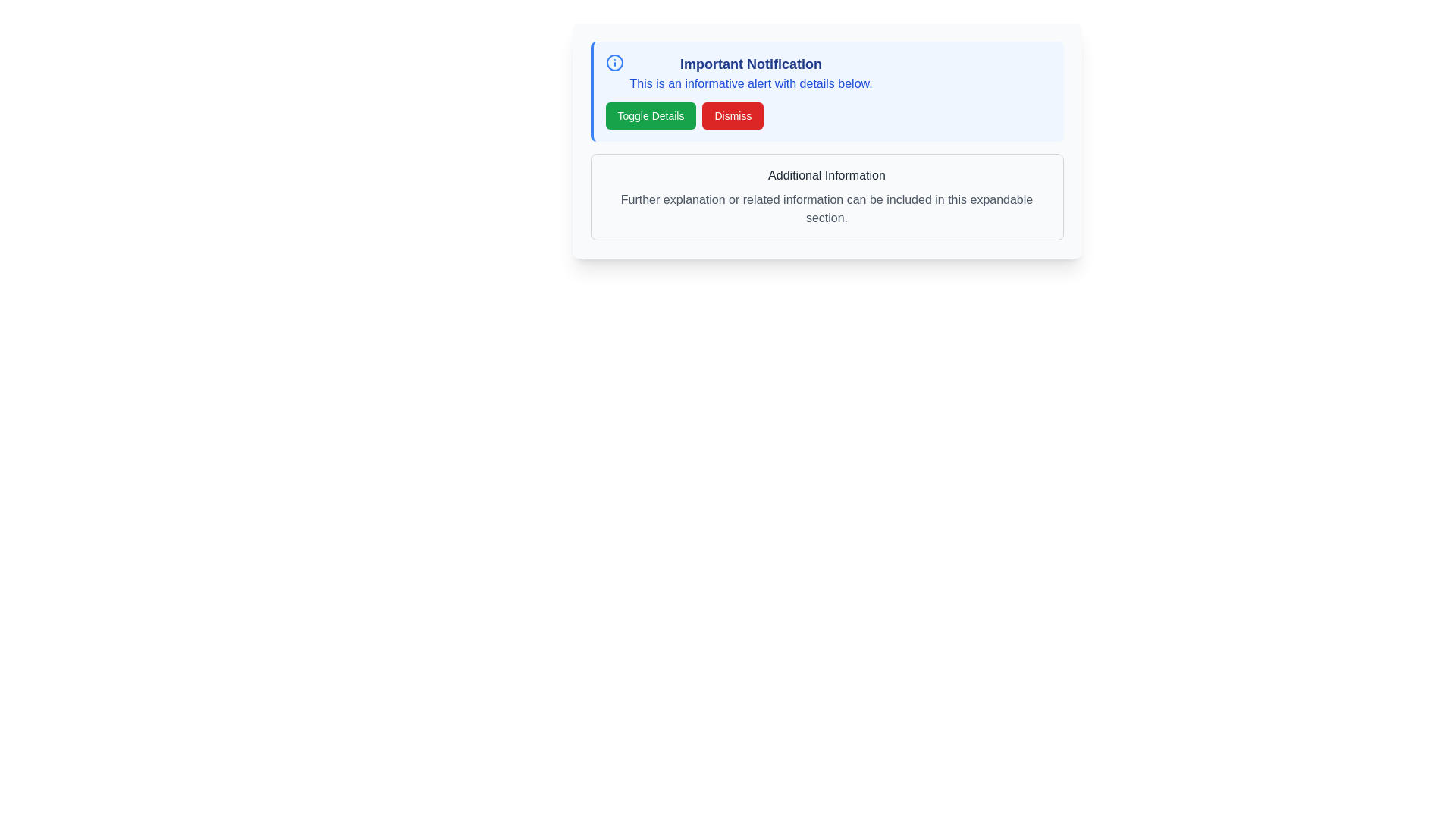 The width and height of the screenshot is (1456, 819). What do you see at coordinates (614, 62) in the screenshot?
I see `the informational icon located at the top left of the notification box, preceding the text 'Important Notification'` at bounding box center [614, 62].